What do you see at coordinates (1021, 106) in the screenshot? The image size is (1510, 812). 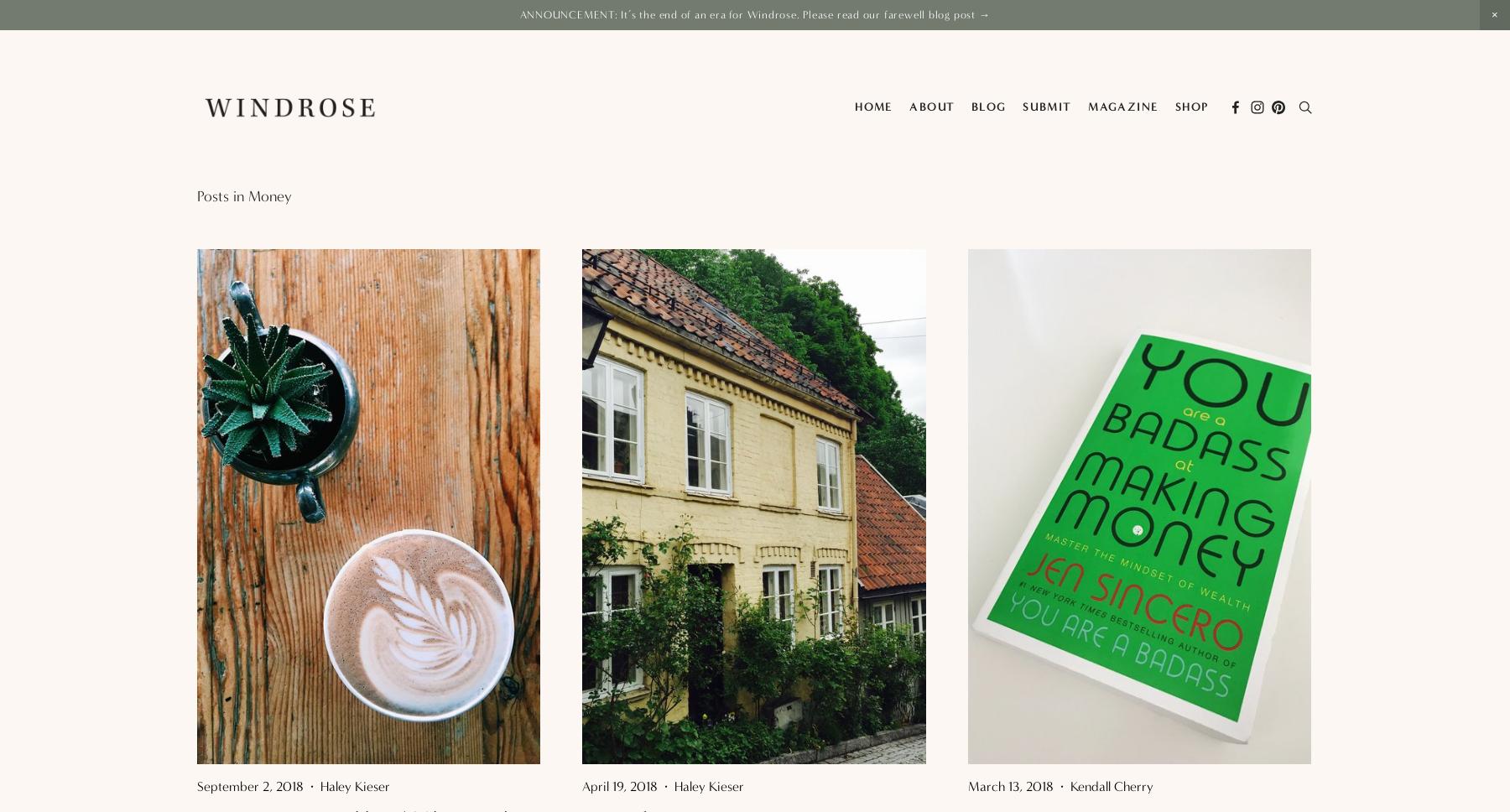 I see `'Submit'` at bounding box center [1021, 106].